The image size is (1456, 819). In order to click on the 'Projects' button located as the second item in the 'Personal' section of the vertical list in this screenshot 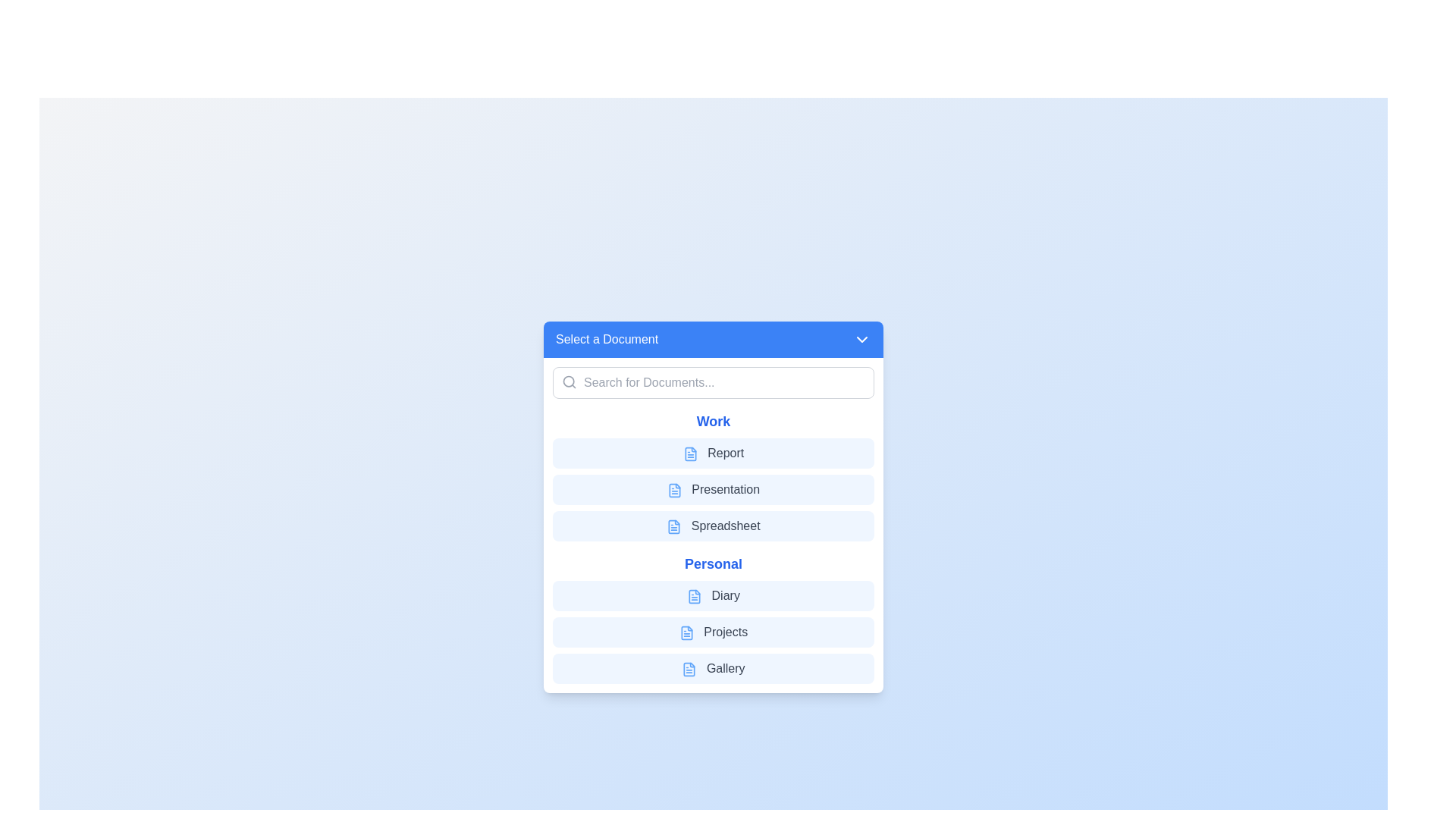, I will do `click(712, 632)`.